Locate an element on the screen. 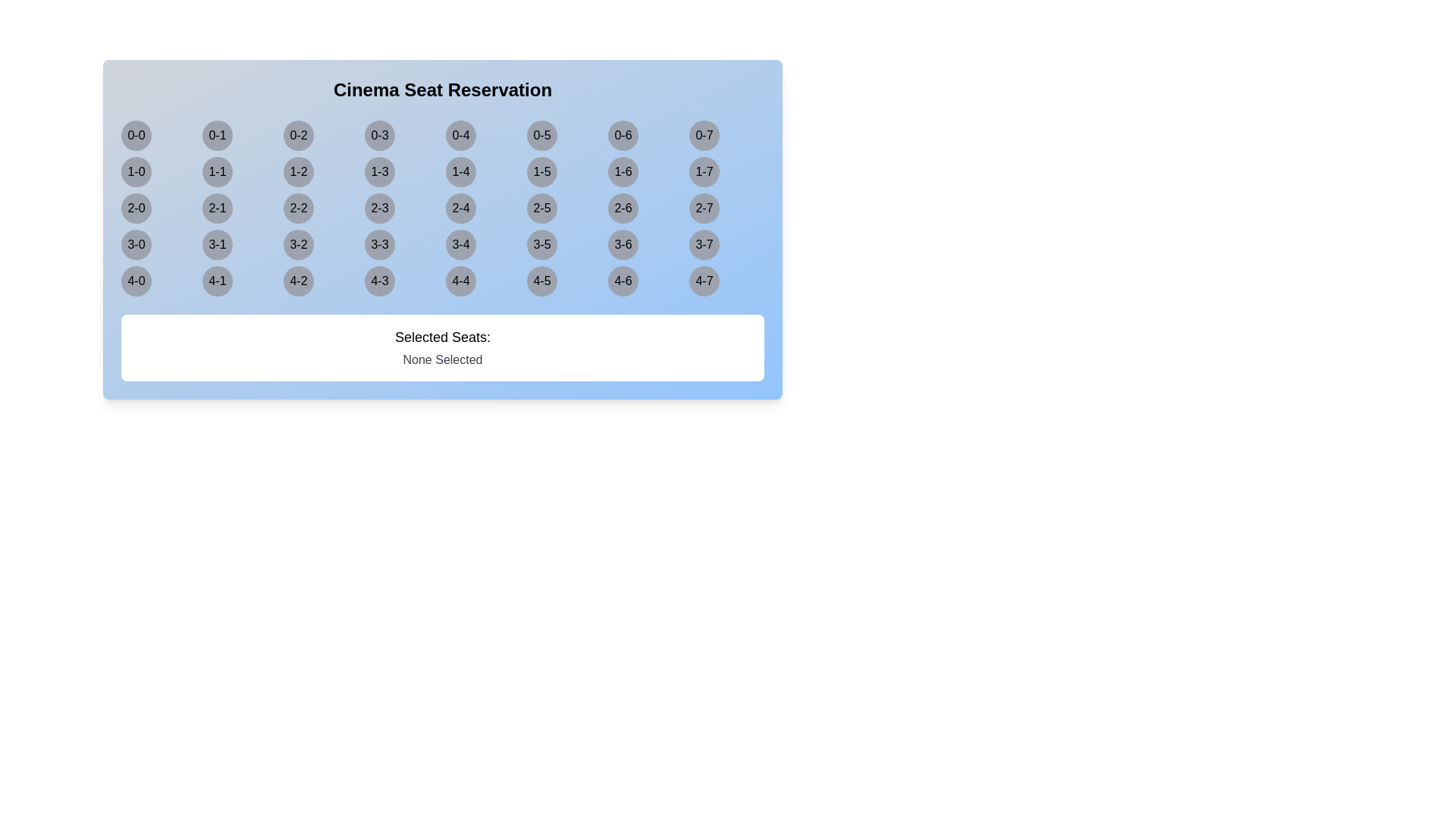  the button labeled '0-4' is located at coordinates (460, 134).